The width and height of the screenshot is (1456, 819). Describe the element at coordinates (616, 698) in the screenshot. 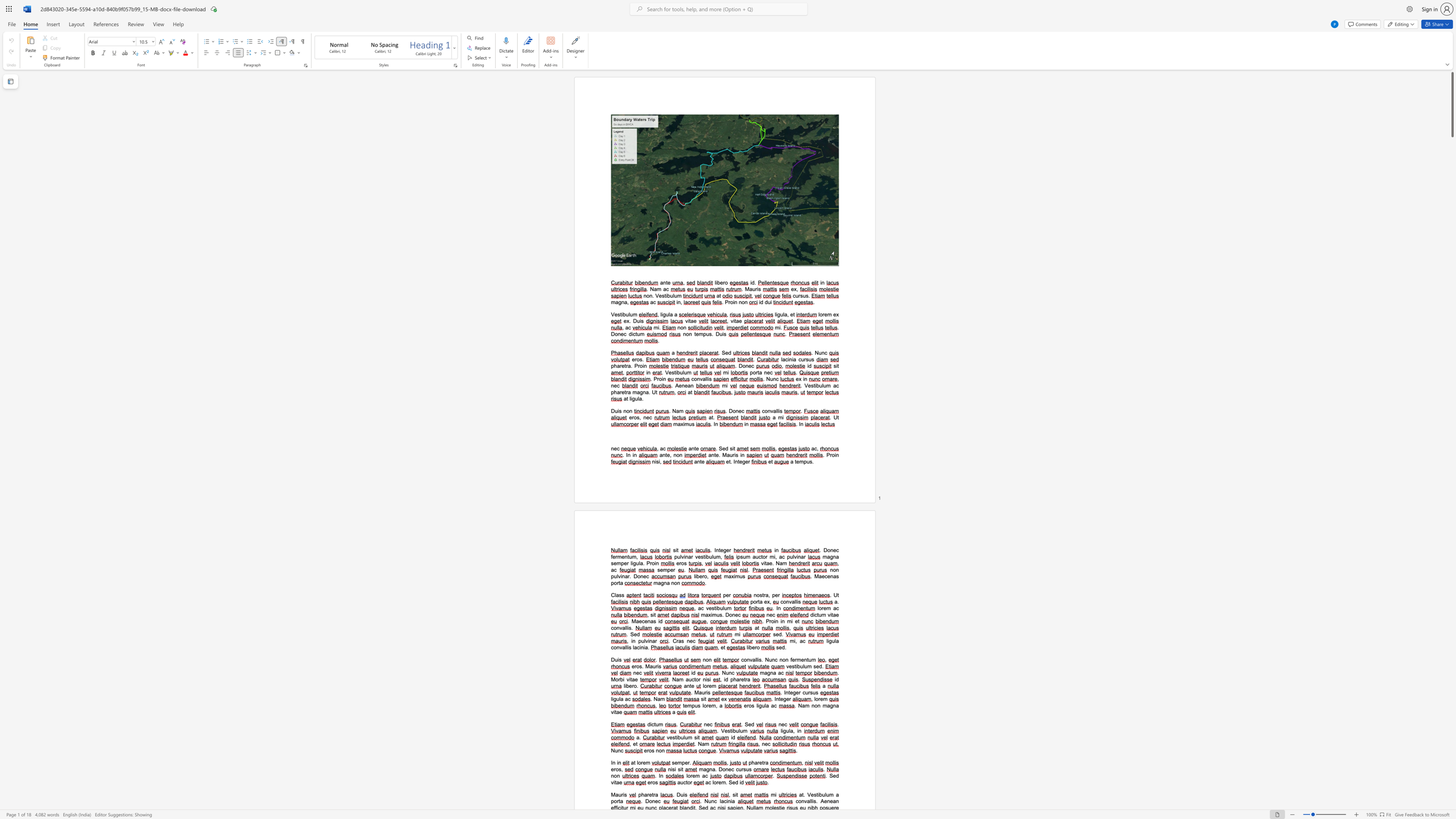

I see `the space between the continuous character "g" and "u" in the text` at that location.